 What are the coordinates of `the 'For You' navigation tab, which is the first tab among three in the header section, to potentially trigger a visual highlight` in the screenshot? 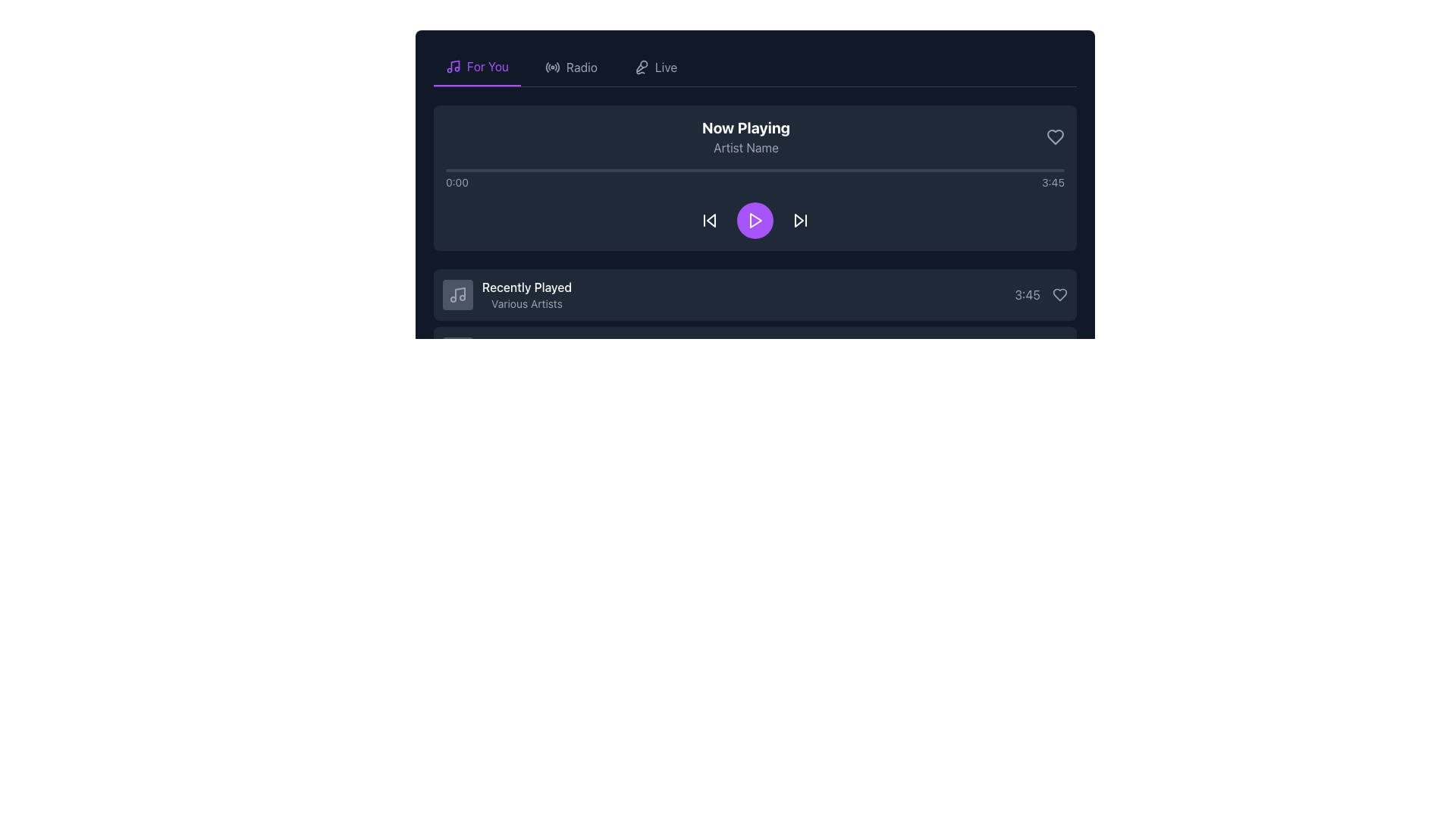 It's located at (476, 66).